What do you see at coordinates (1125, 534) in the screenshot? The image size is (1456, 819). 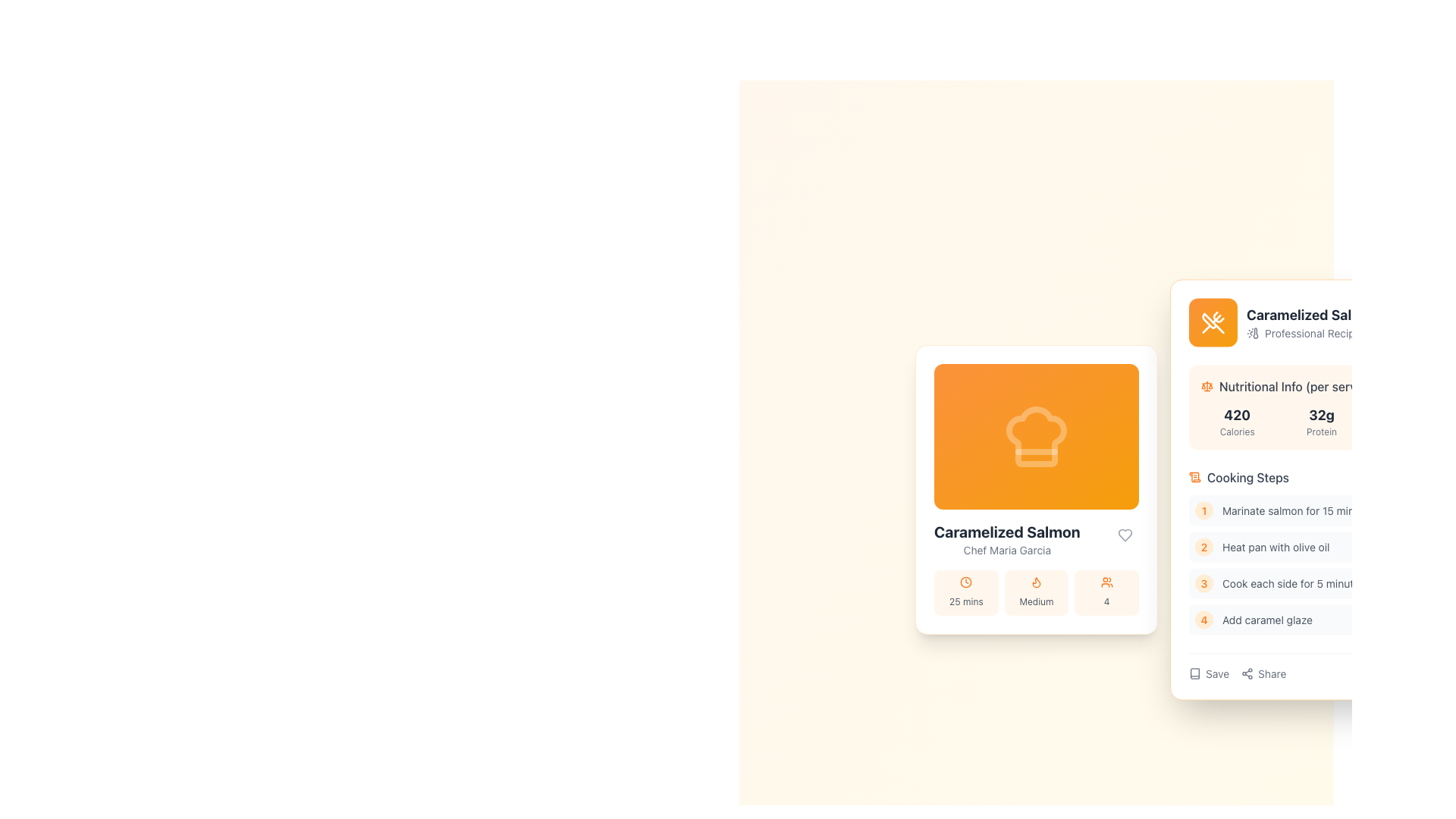 I see `the heart icon button located in the bottom-right corner of the 'Caramelized Salmon' card to favorite the item` at bounding box center [1125, 534].